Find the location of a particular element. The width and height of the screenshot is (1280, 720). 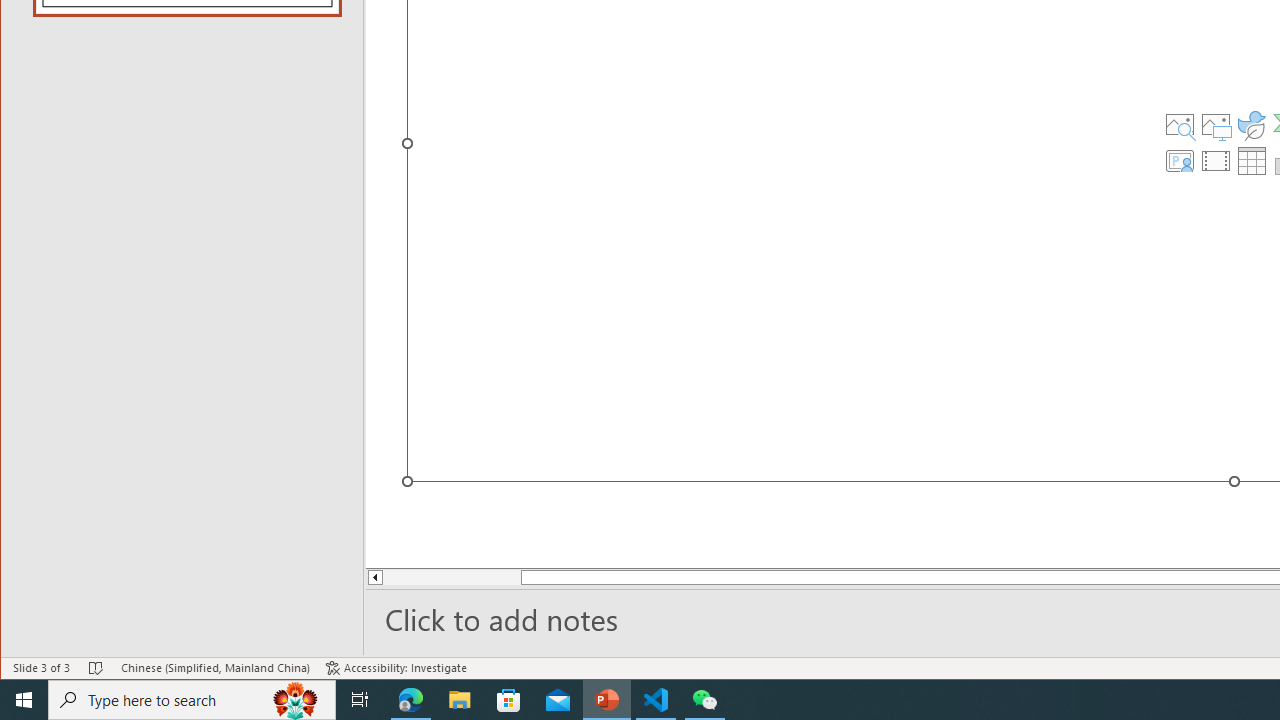

'Task View' is located at coordinates (359, 698).